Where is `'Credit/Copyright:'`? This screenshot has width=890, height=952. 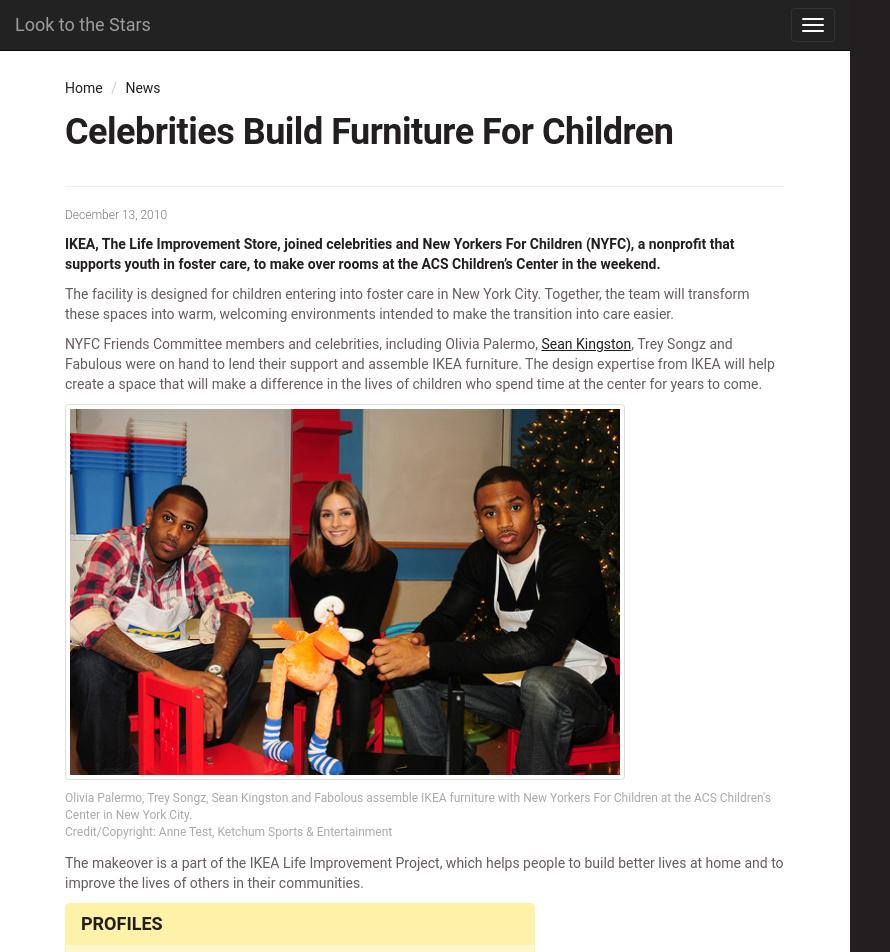 'Credit/Copyright:' is located at coordinates (110, 831).